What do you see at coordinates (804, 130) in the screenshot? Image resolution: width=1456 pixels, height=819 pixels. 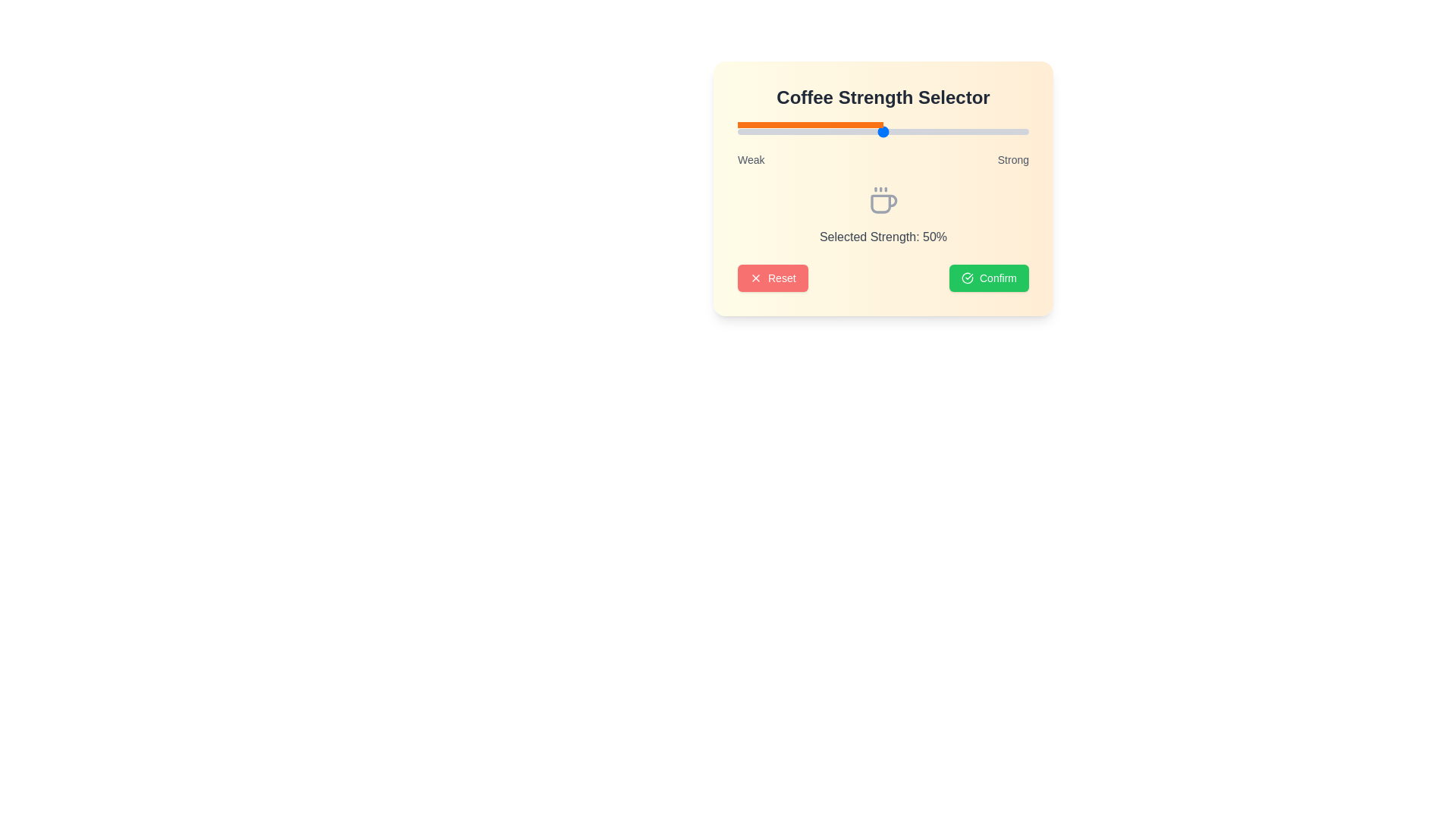 I see `the coffee strength` at bounding box center [804, 130].